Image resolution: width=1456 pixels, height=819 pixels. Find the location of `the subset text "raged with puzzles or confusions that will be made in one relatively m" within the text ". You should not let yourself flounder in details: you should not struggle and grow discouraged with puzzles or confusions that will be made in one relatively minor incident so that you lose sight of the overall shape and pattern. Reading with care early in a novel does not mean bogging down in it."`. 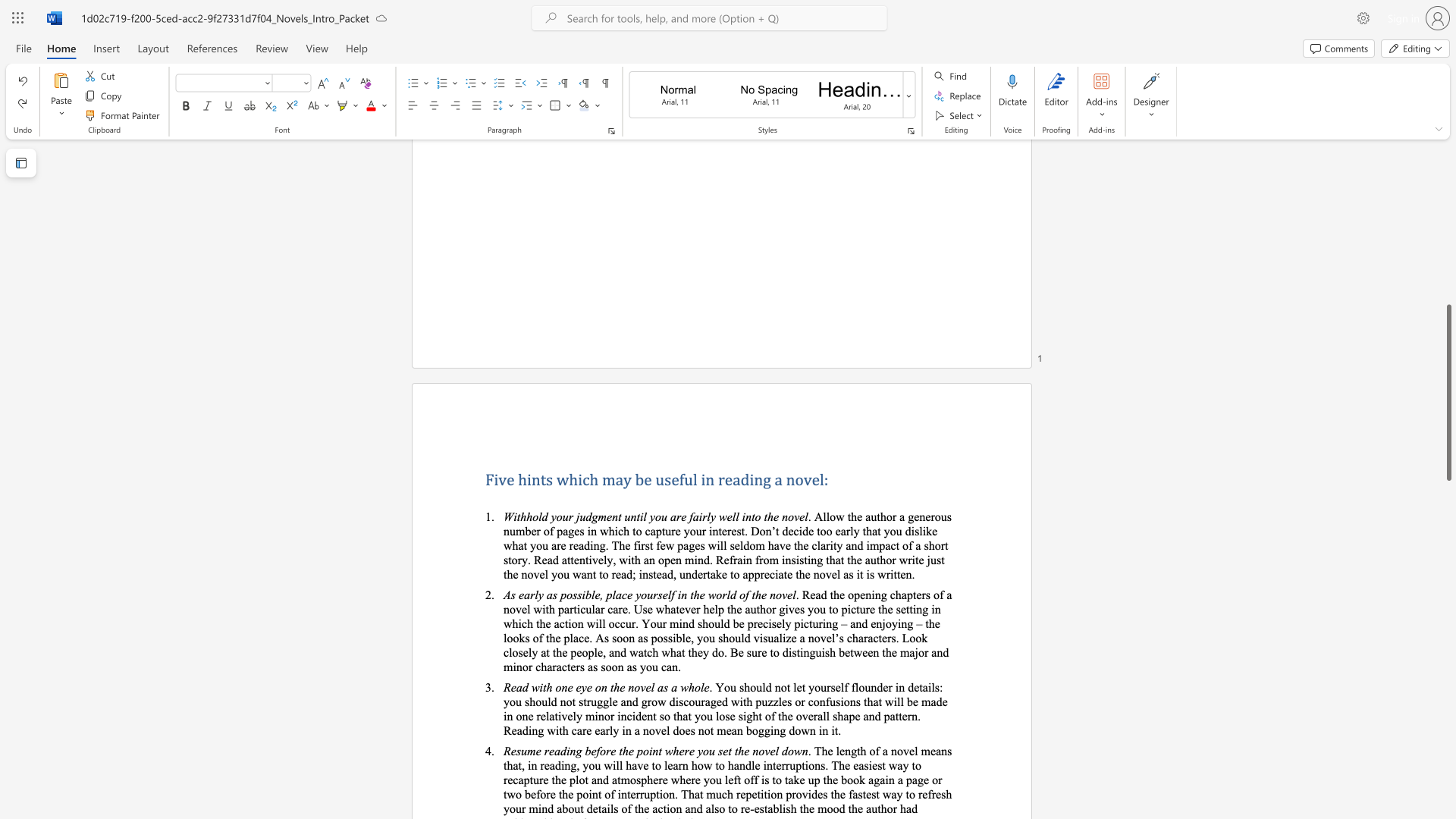

the subset text "raged with puzzles or confusions that will be made in one relatively m" within the text ". You should not let yourself flounder in details: you should not struggle and grow discouraged with puzzles or confusions that will be made in one relatively minor incident so that you lose sight of the overall shape and pattern. Reading with care early in a novel does not mean bogging down in it." is located at coordinates (700, 701).